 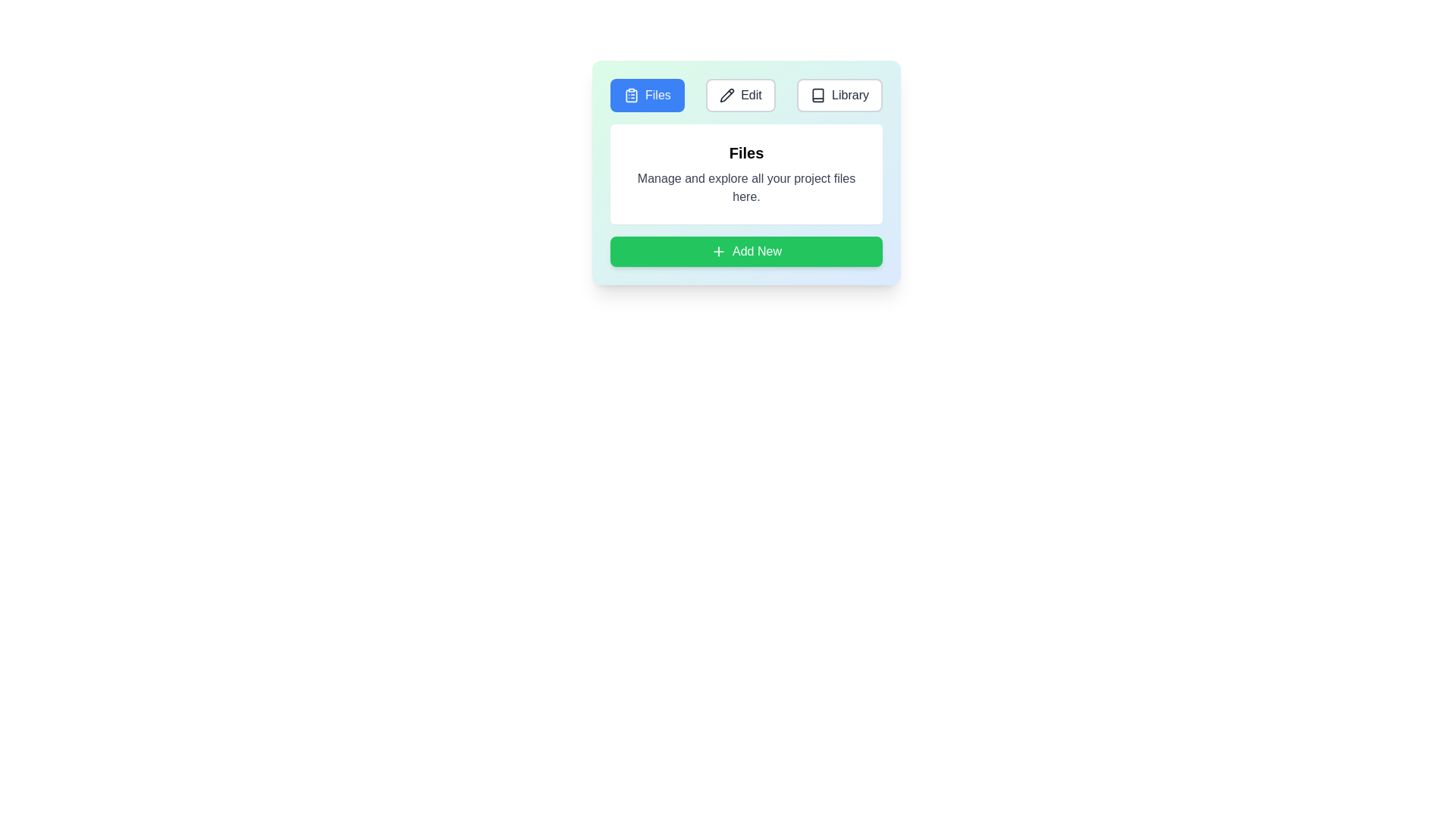 I want to click on the tab labeled Library, so click(x=839, y=96).